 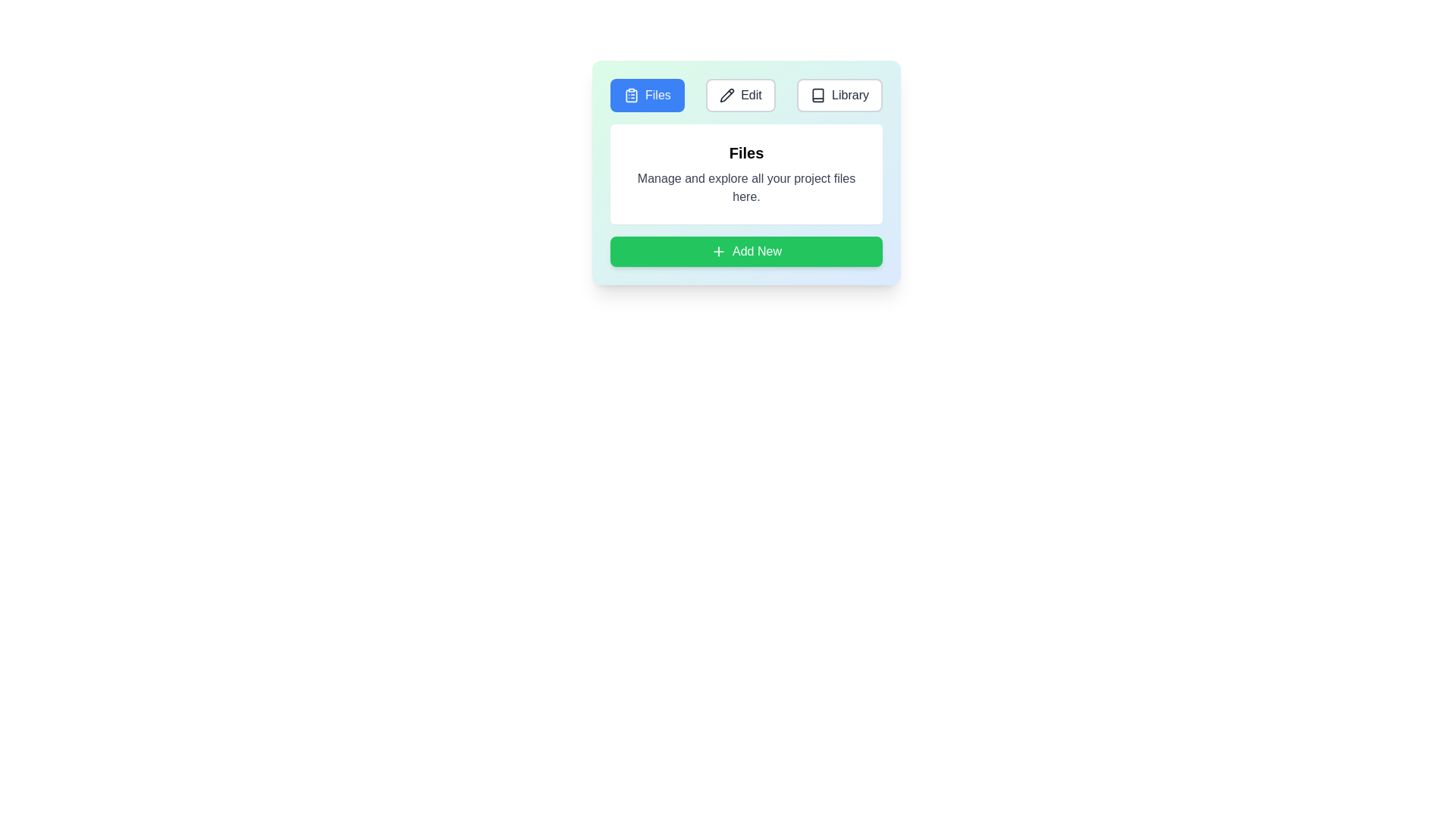 I want to click on the tab labeled Library, so click(x=839, y=96).